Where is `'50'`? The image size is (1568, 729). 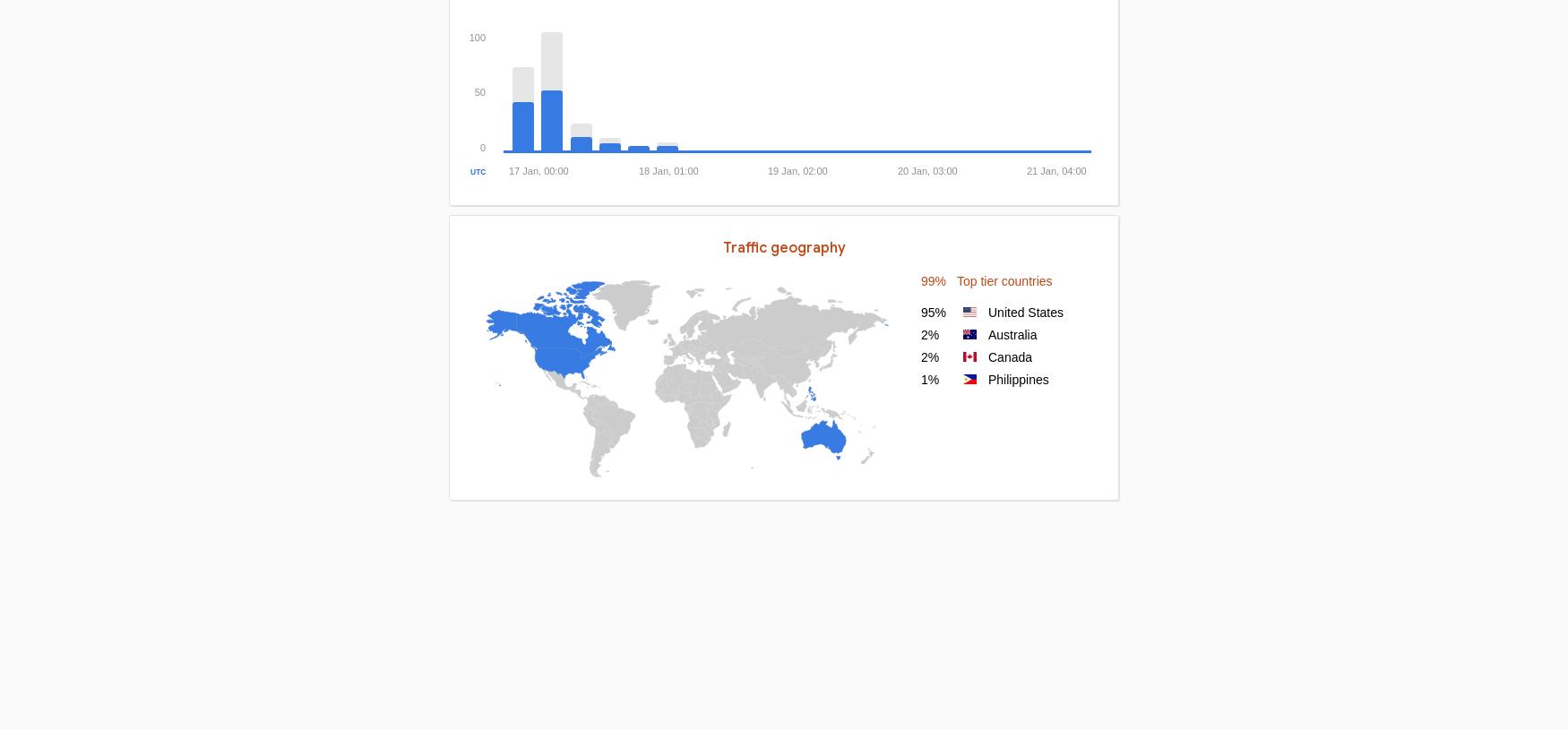 '50' is located at coordinates (478, 90).